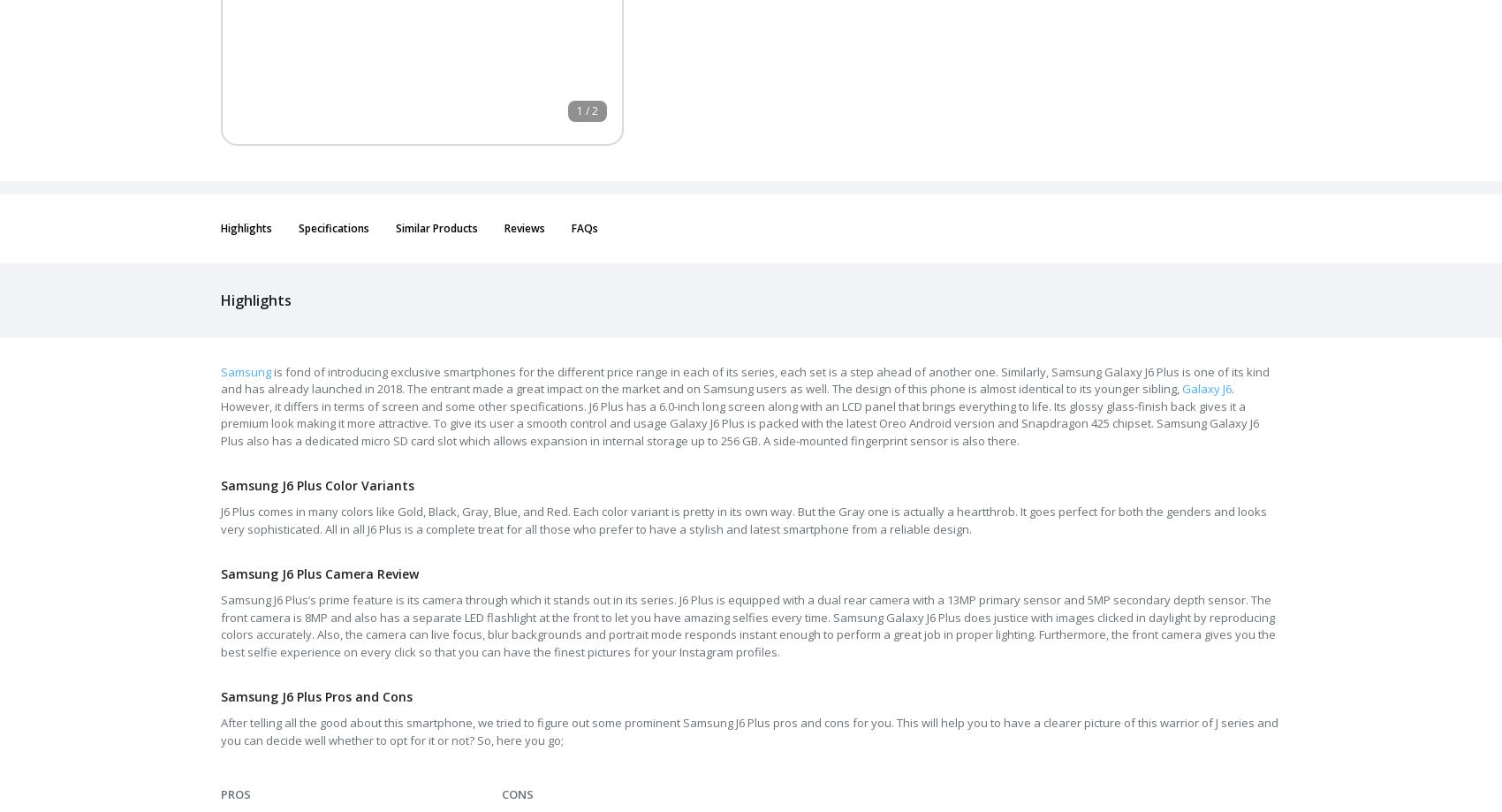 The width and height of the screenshot is (1502, 812). Describe the element at coordinates (318, 573) in the screenshot. I see `'Samsung J6 Plus Camera Review'` at that location.